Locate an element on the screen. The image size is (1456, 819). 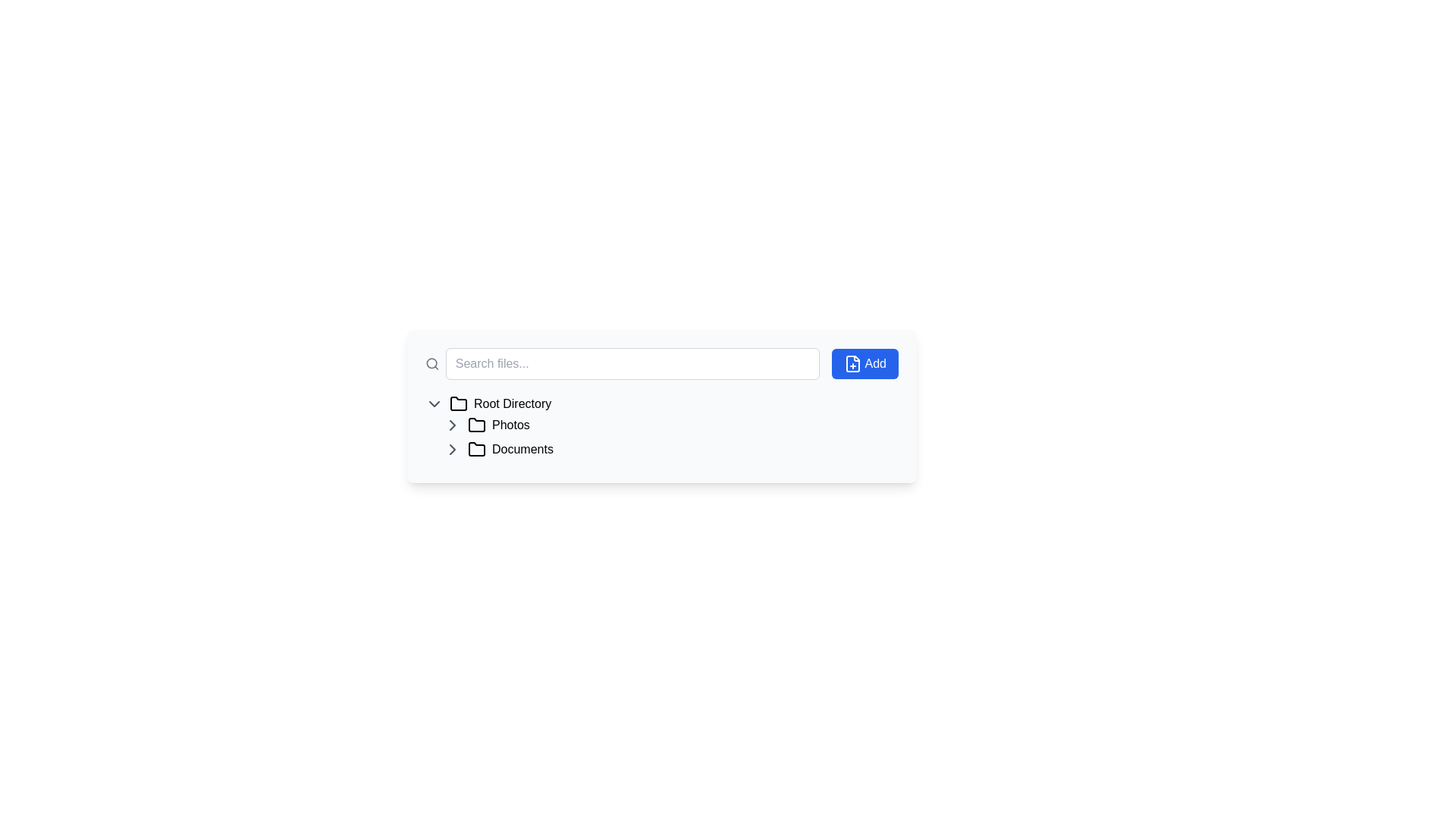
the folder icon located to the left of the 'Documents' label, which is visually represented as a light-colored folder with rounded edges is located at coordinates (475, 449).